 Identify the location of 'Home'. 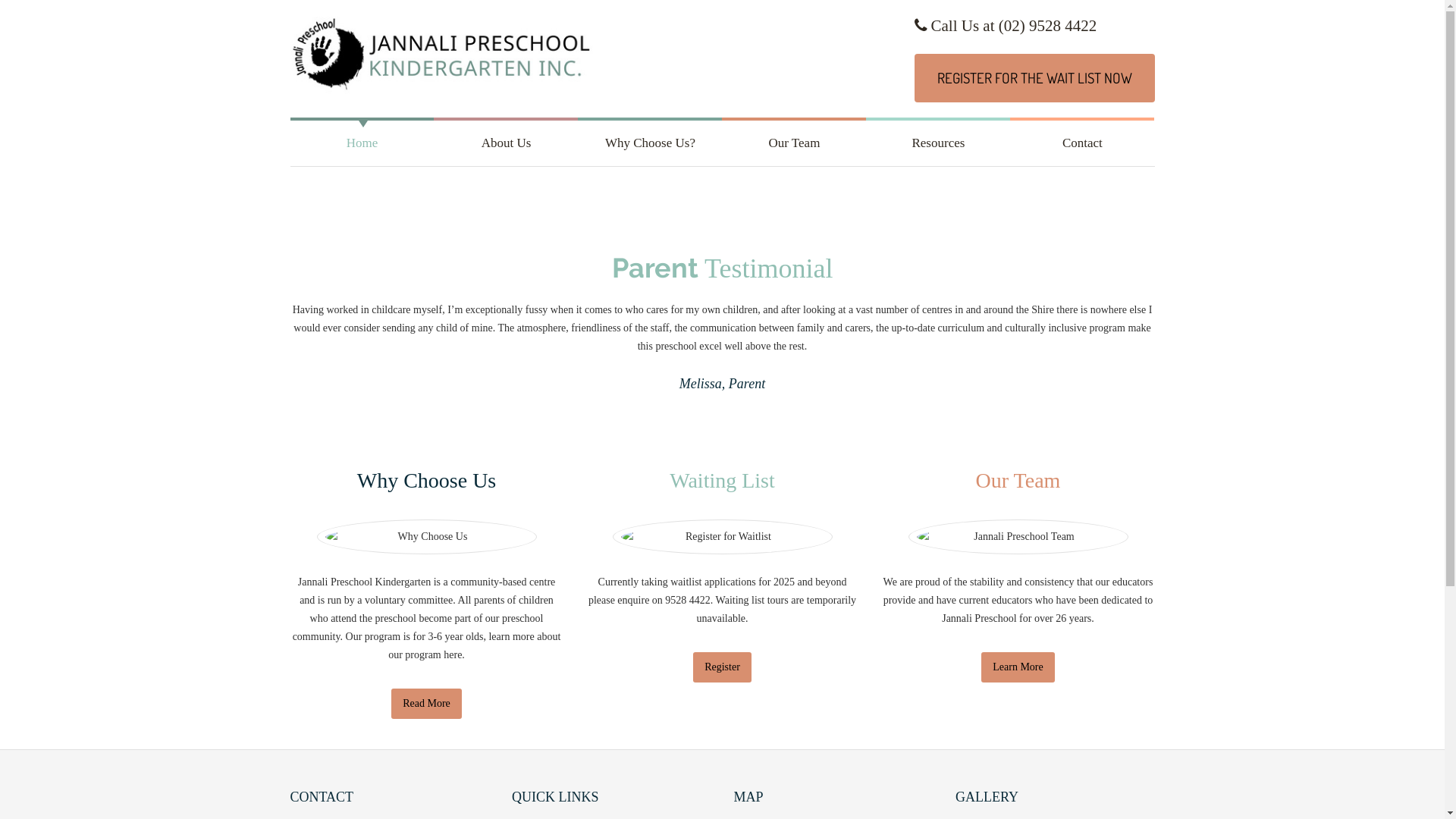
(360, 143).